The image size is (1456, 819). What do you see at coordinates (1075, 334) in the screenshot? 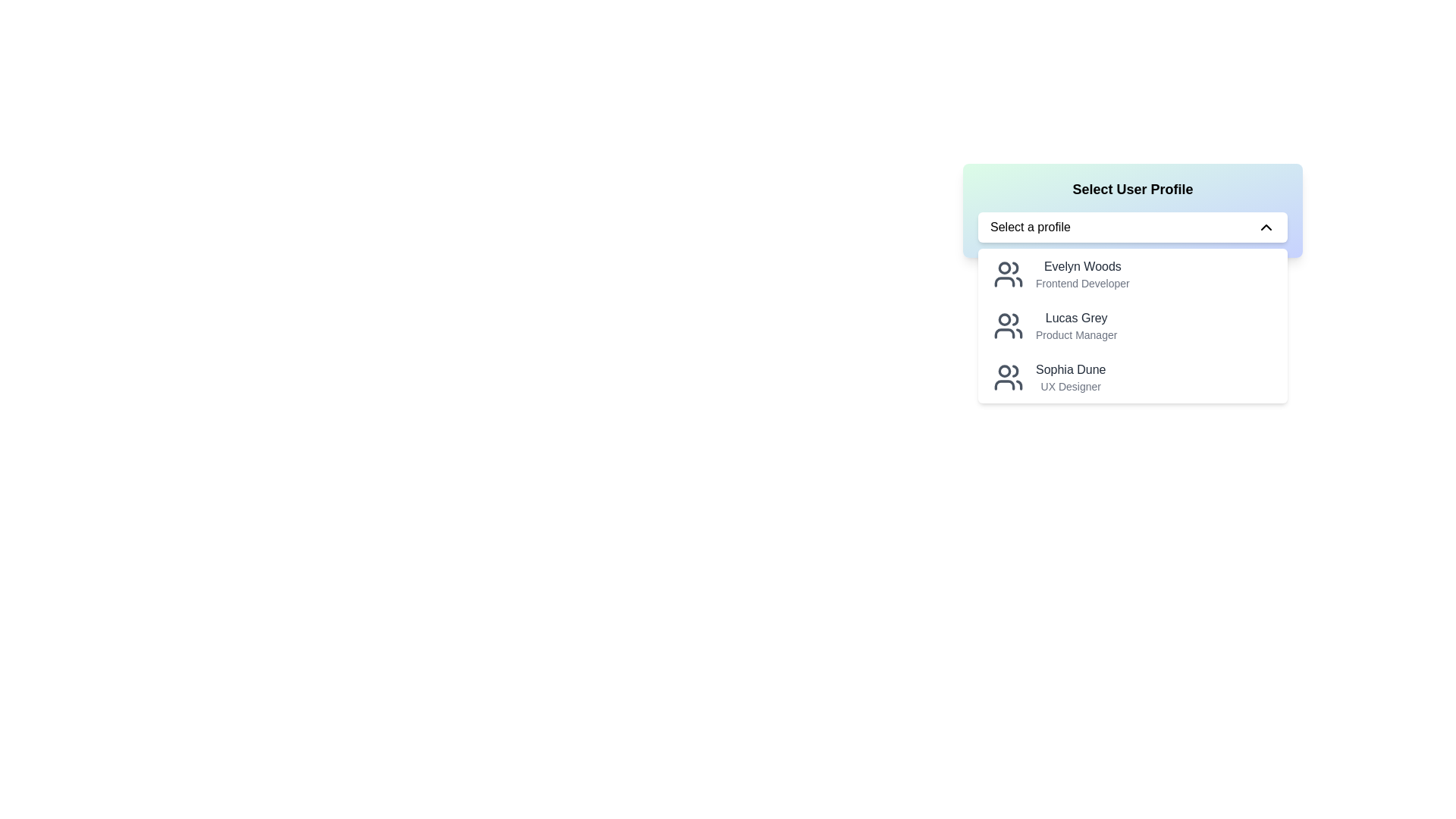
I see `the static text label displaying 'Product Manager', which is styled in gray and located below 'Lucas Grey' in the 'Select User Profile' dropdown list` at bounding box center [1075, 334].